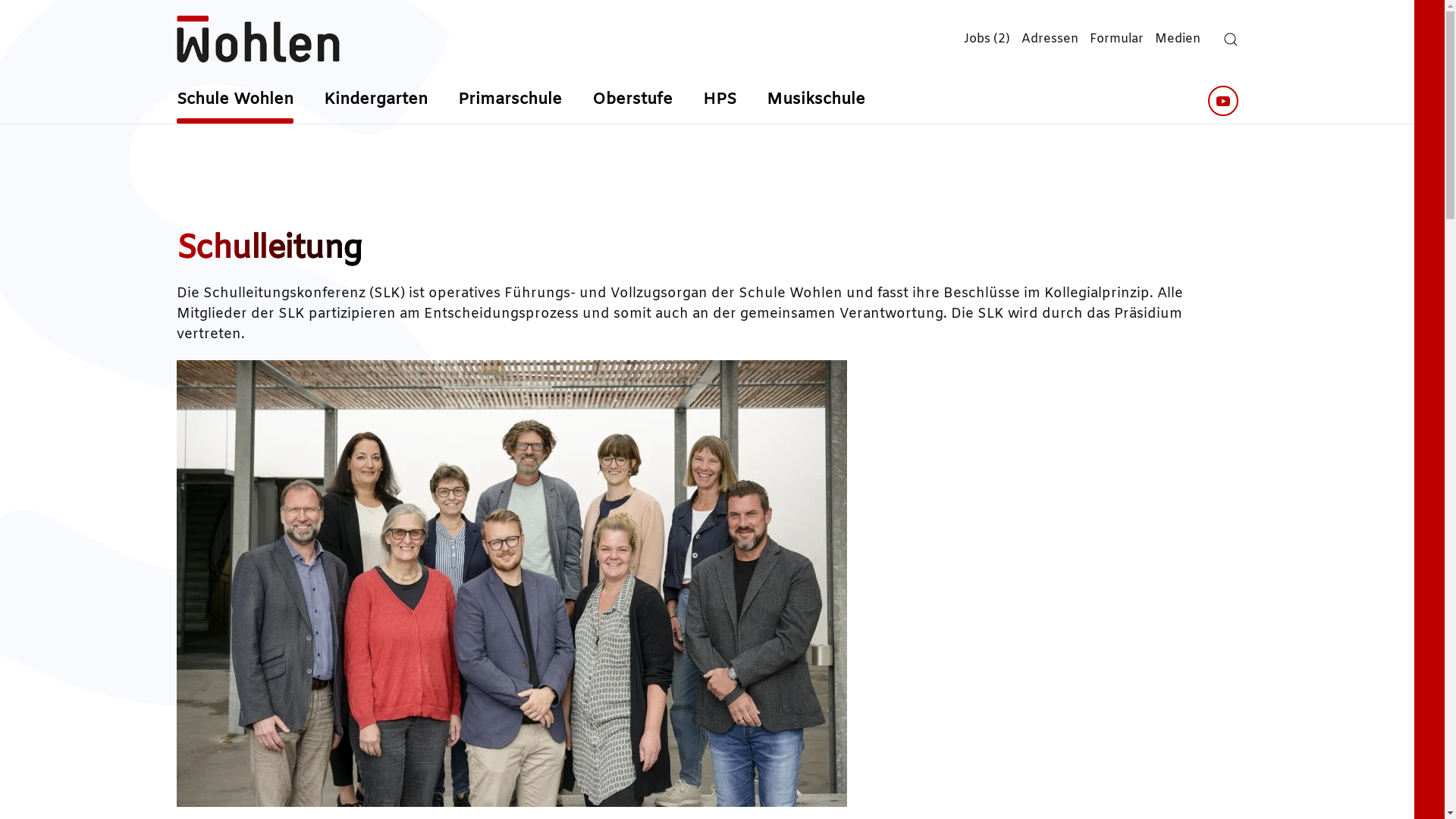 Image resolution: width=1456 pixels, height=819 pixels. What do you see at coordinates (962, 38) in the screenshot?
I see `'Jobs (2)'` at bounding box center [962, 38].